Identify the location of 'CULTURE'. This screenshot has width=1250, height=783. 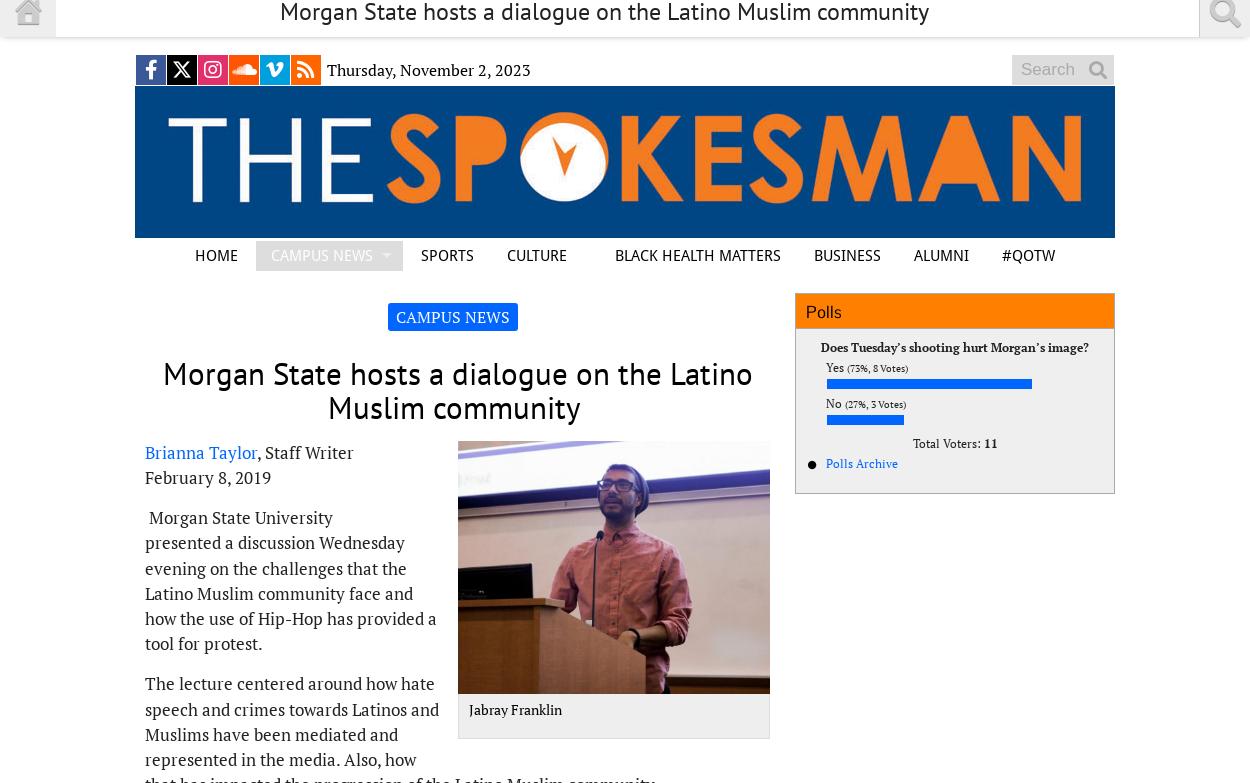
(537, 255).